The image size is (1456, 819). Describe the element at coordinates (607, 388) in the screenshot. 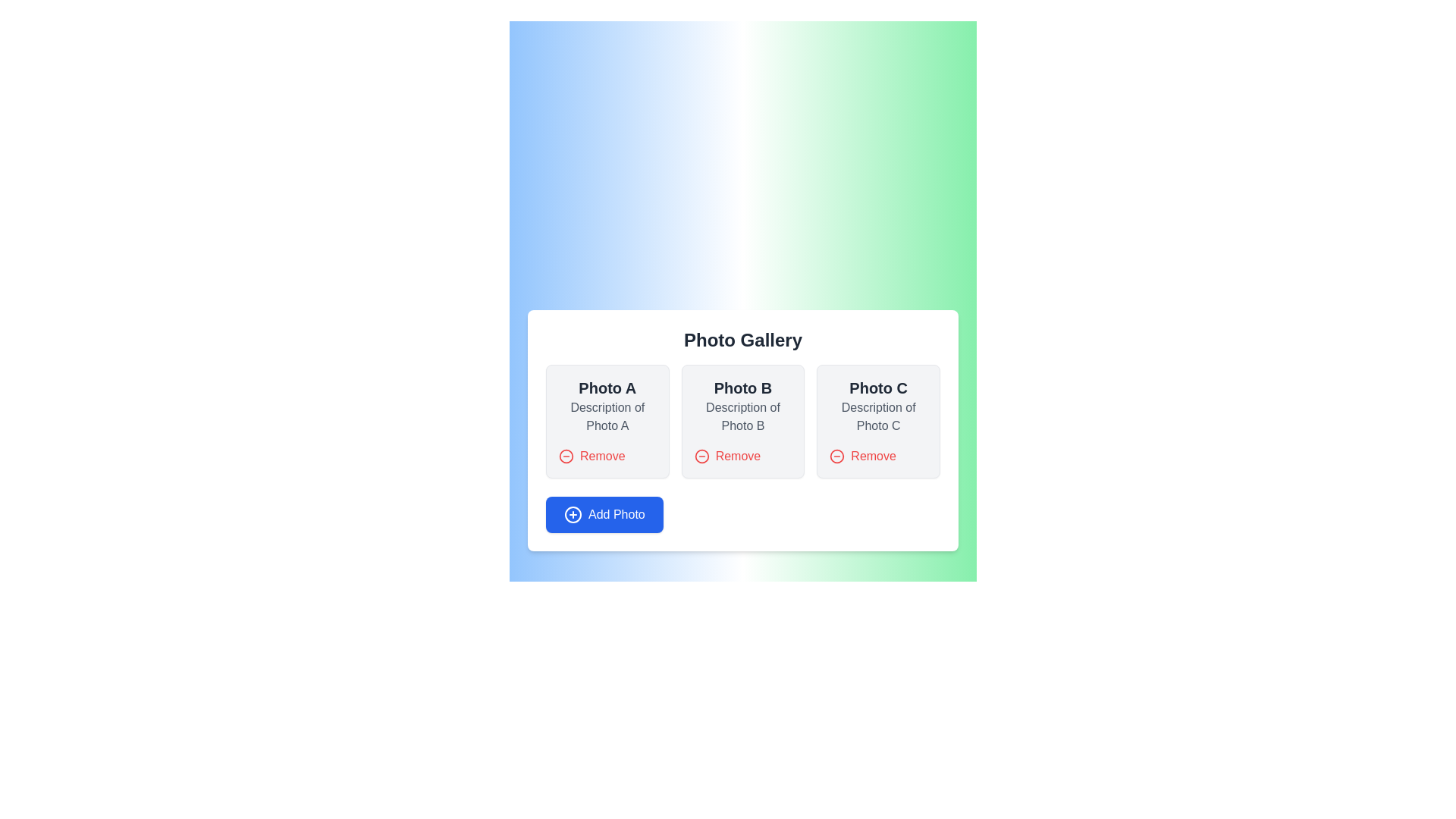

I see `the text label or heading of the first card in the Photo Gallery, which serves as the title for the card, positioned above the description and remove link` at that location.